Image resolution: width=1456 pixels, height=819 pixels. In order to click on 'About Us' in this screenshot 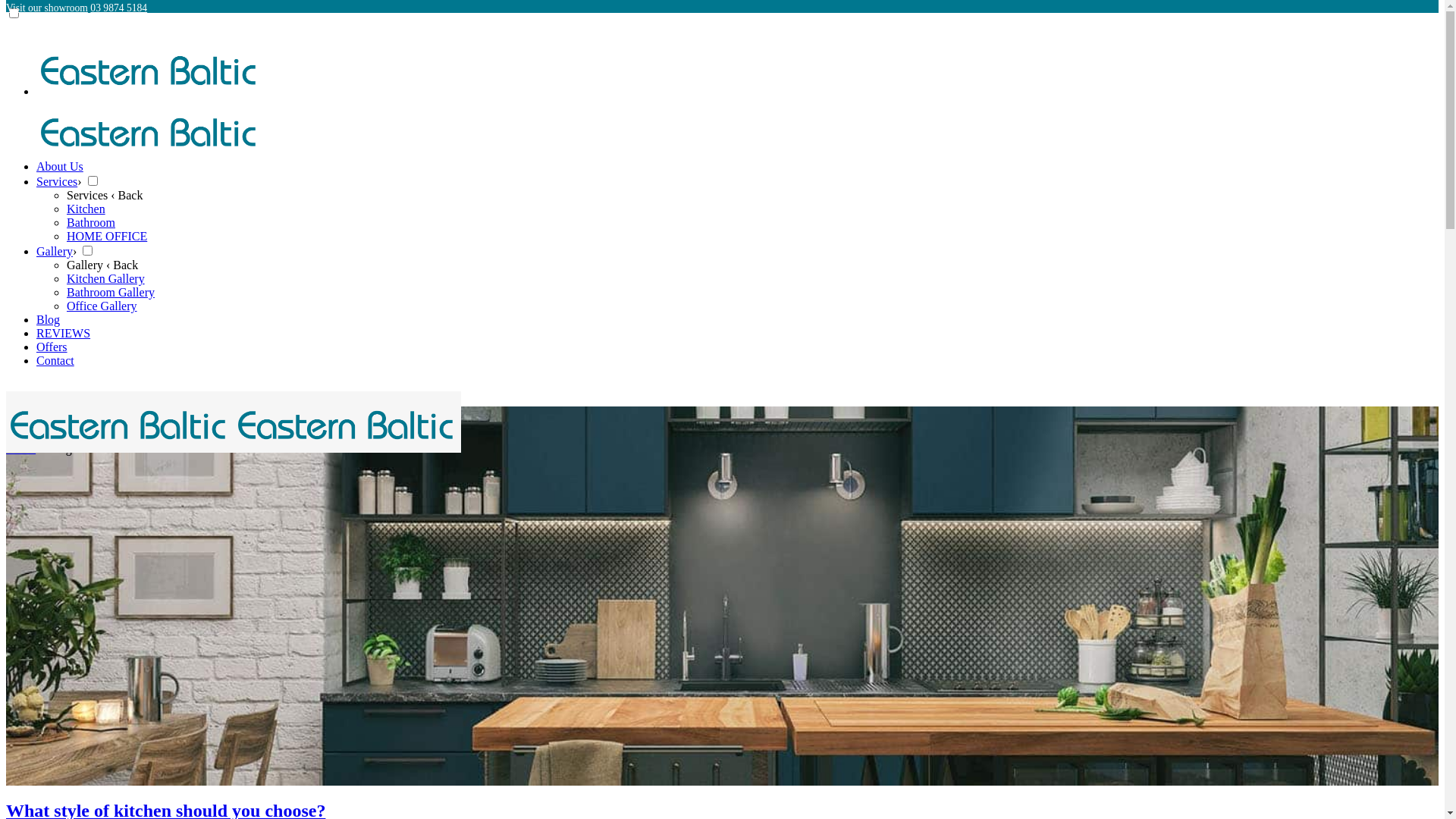, I will do `click(59, 166)`.